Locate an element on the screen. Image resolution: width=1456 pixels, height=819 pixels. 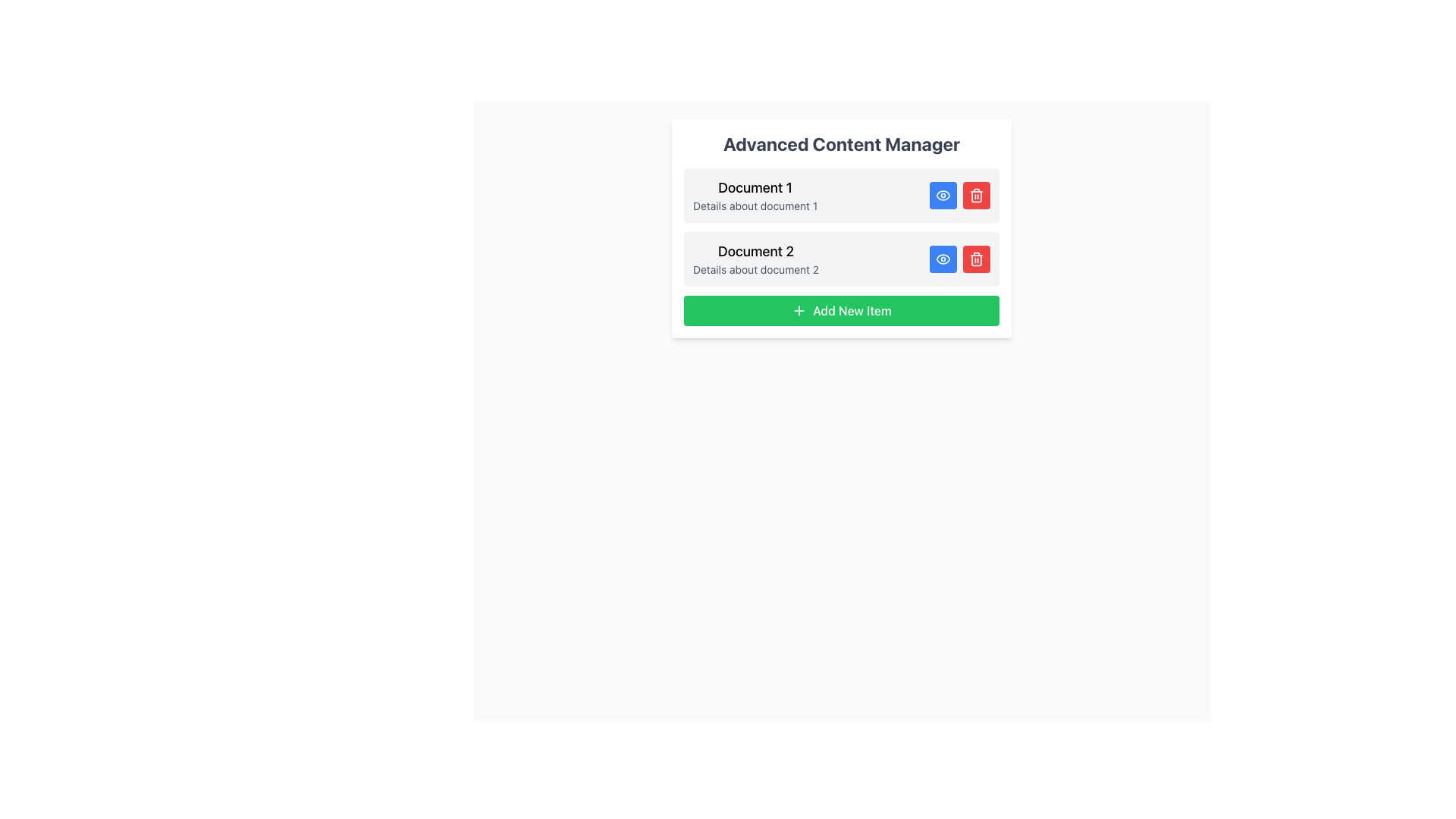
the icon button located beside the red 'delete' button in the bottom row of the document manager list to change its background color is located at coordinates (942, 259).